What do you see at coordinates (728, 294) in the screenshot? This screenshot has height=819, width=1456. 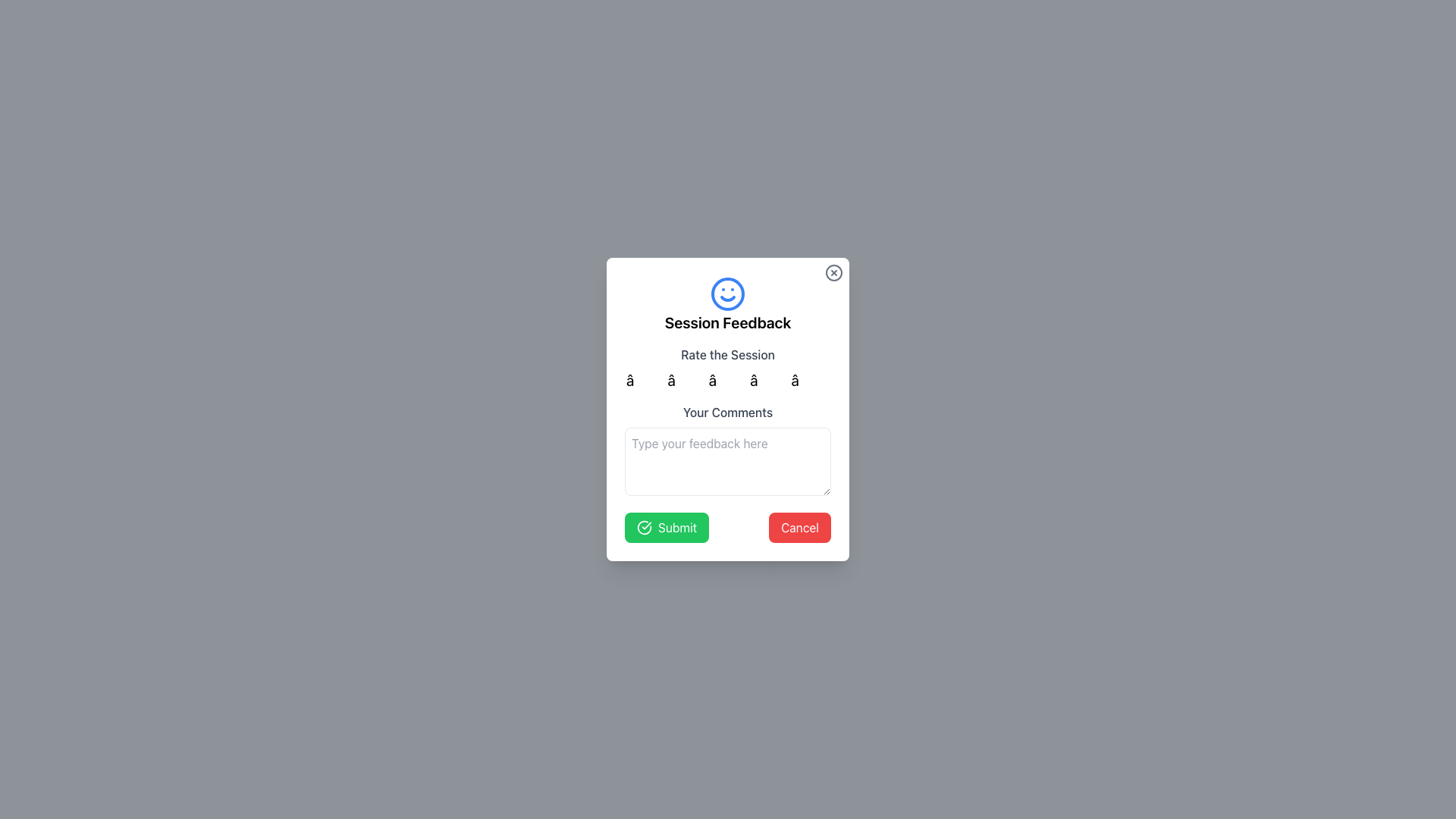 I see `the decorative icon located at the center of the feedback card interface, which symbolizes positivity or feedback, positioned above the 'Session Feedback' text` at bounding box center [728, 294].